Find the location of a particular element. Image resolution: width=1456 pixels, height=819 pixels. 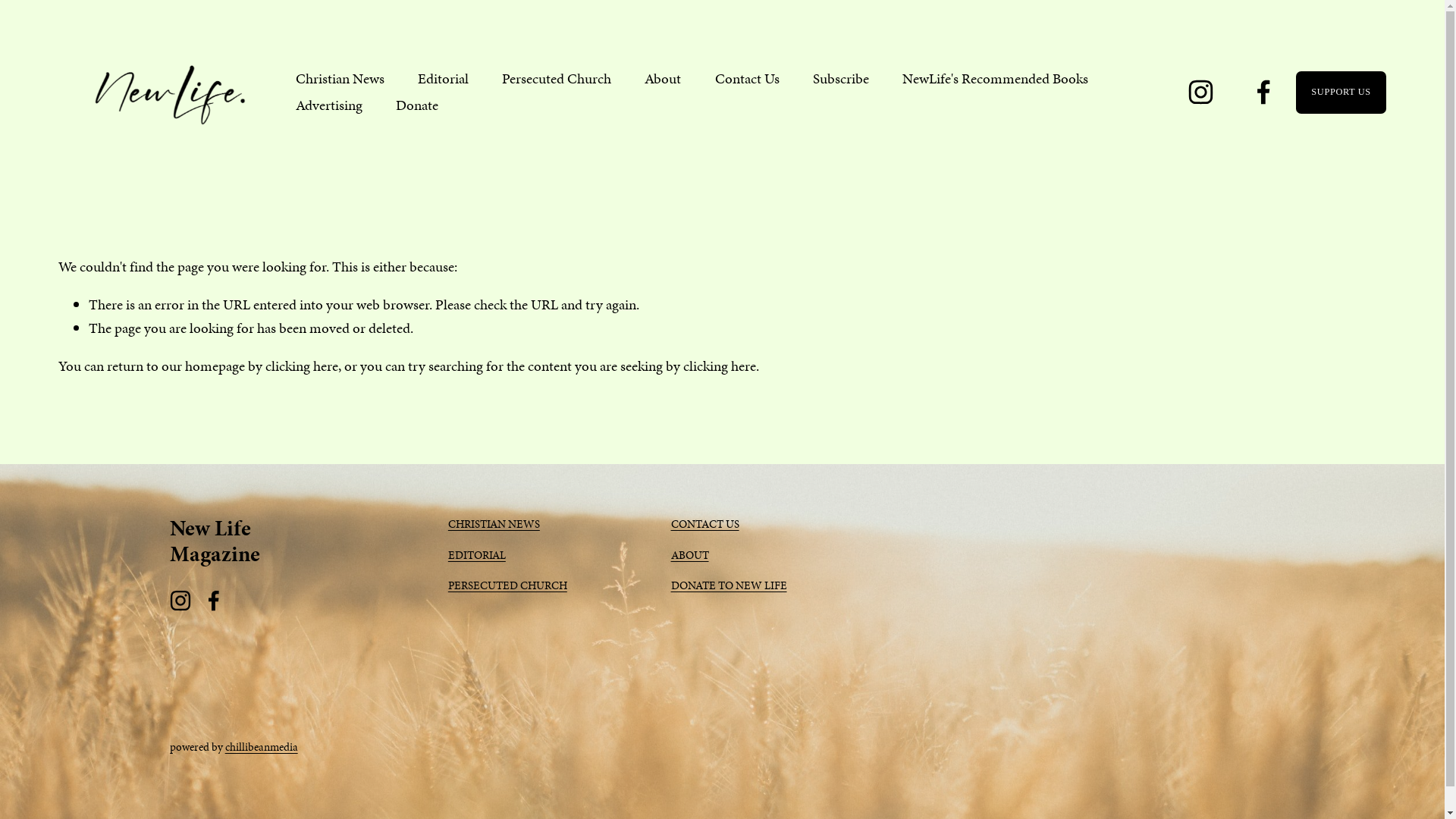

'Christian News' is located at coordinates (339, 79).